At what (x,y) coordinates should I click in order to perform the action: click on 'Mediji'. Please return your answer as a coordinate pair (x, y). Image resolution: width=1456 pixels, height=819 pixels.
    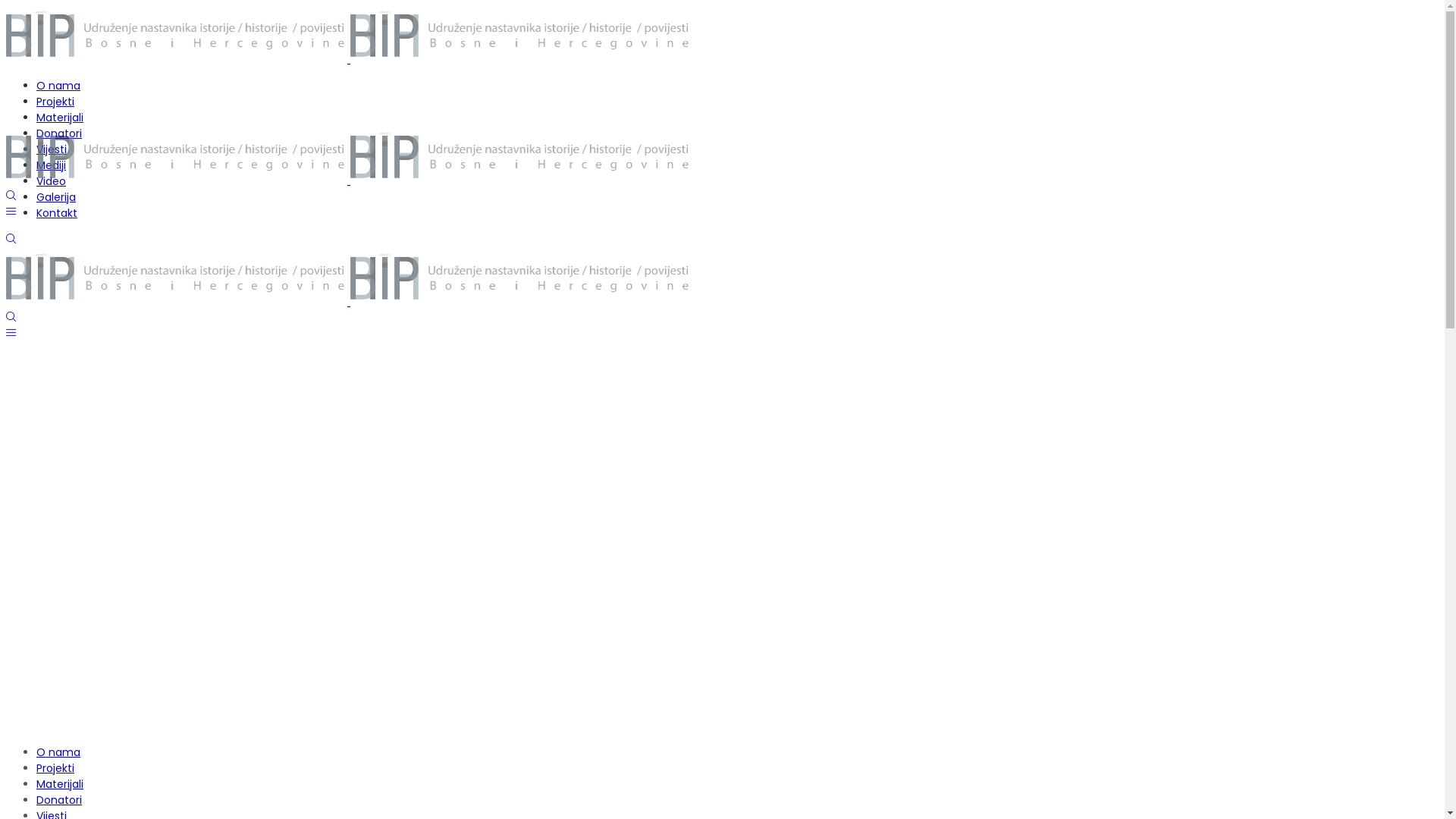
    Looking at the image, I should click on (51, 165).